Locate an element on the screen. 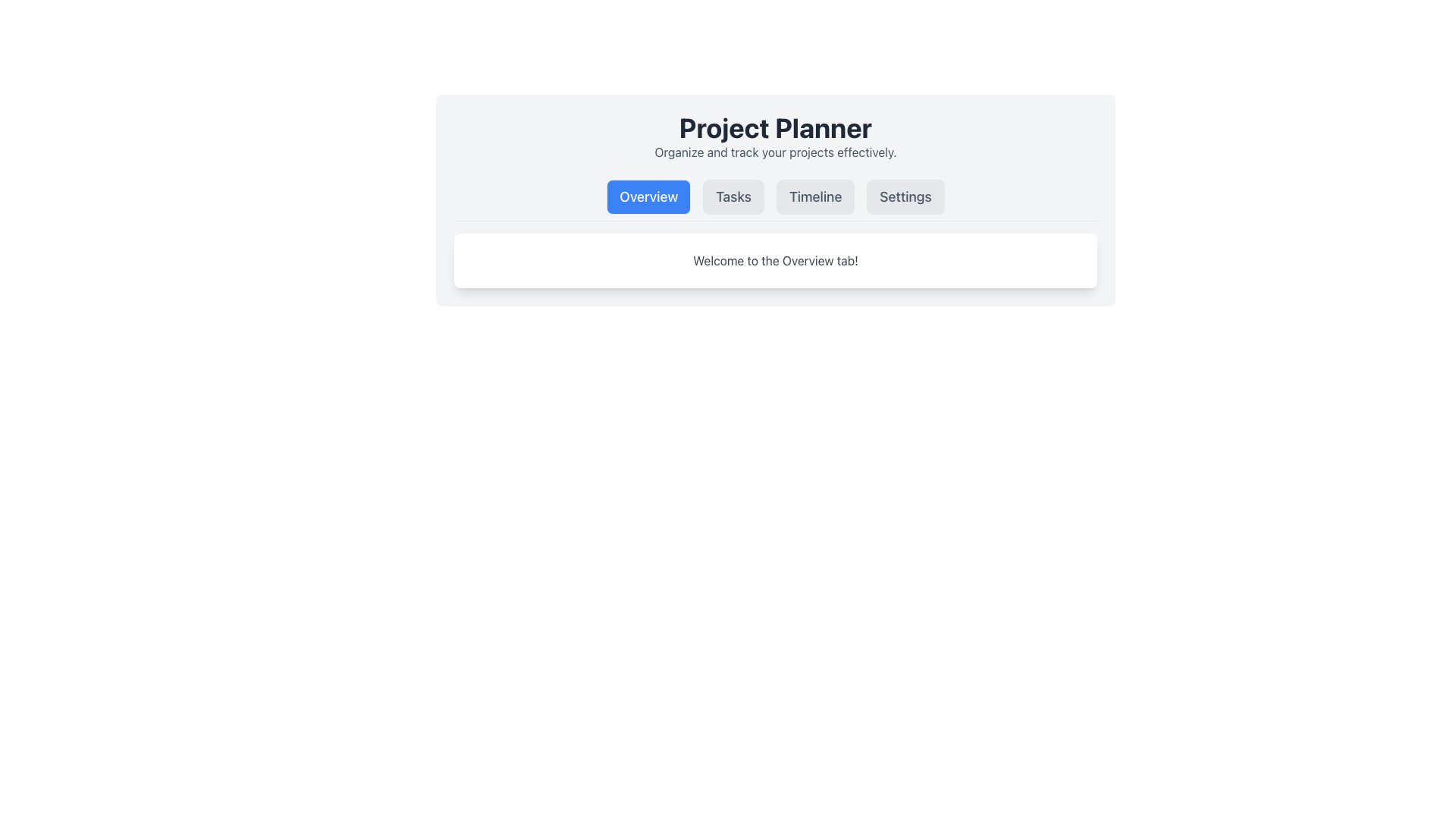 This screenshot has width=1456, height=819. the prominent blue 'Overview' button located in the top navigation bar is located at coordinates (648, 196).